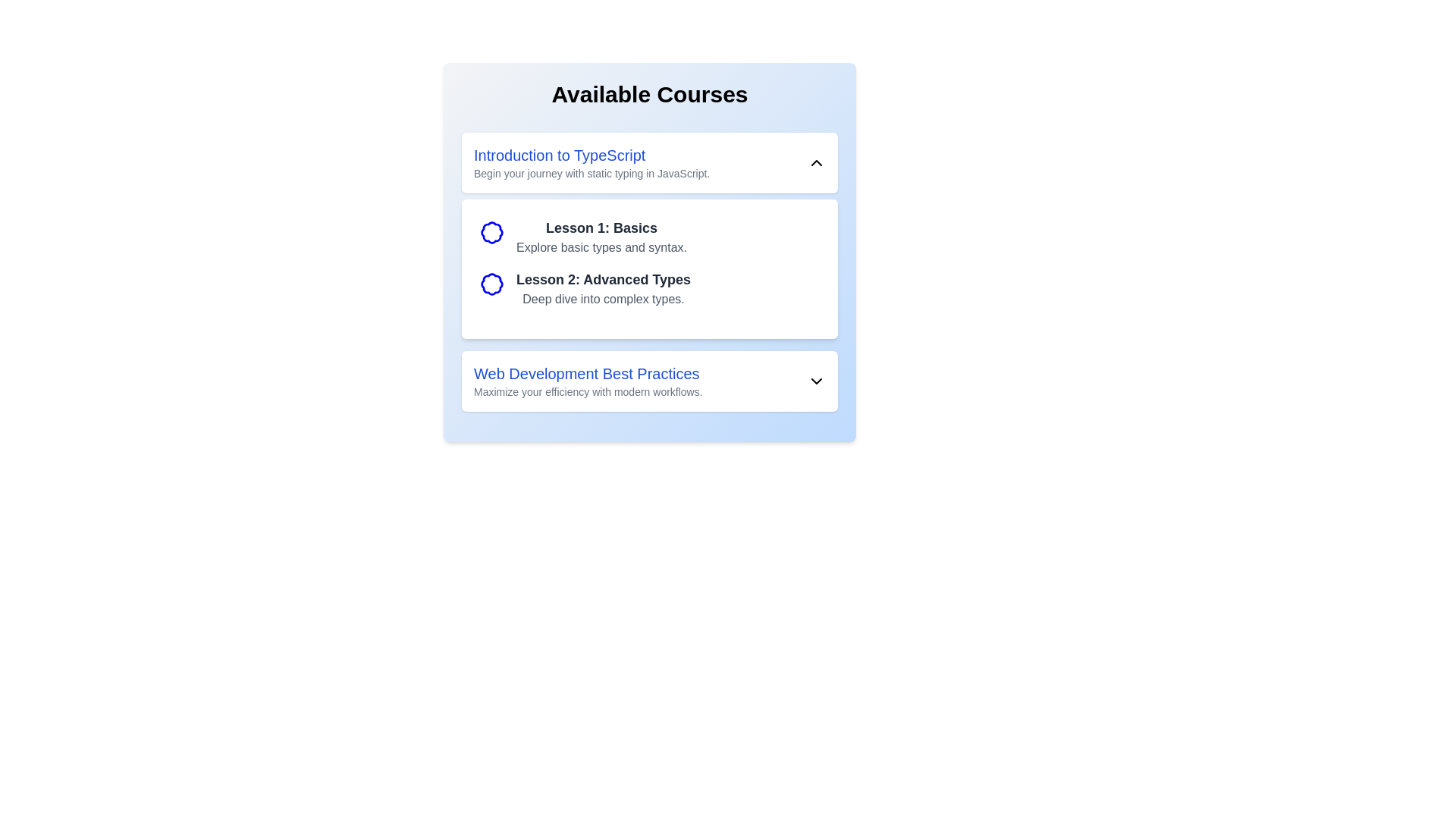 The image size is (1456, 819). I want to click on the Collapsible Section Header titled 'Introduction to TypeScript', so click(650, 163).